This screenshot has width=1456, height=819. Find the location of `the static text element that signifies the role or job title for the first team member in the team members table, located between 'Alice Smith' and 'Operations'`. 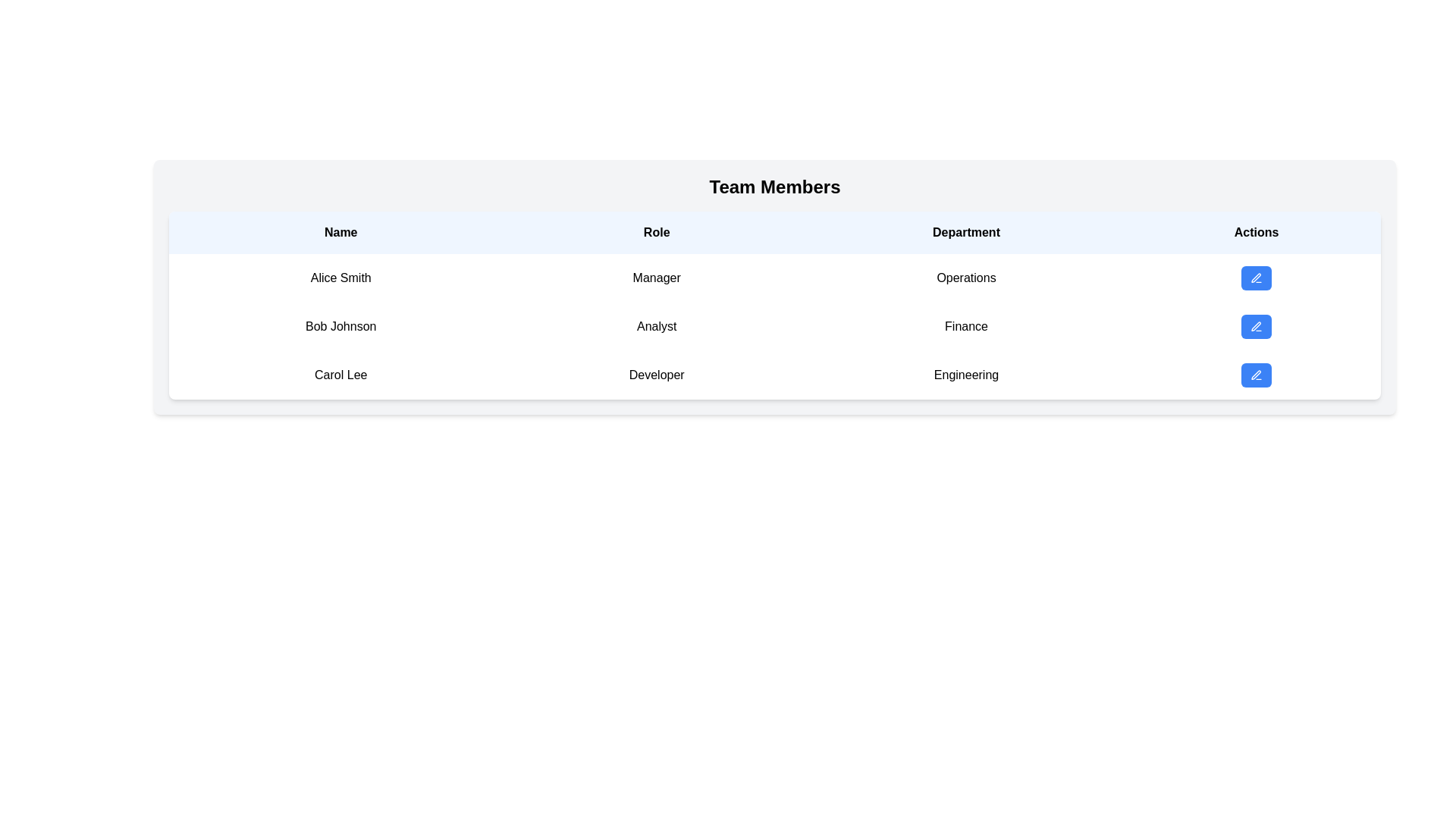

the static text element that signifies the role or job title for the first team member in the team members table, located between 'Alice Smith' and 'Operations' is located at coordinates (657, 278).